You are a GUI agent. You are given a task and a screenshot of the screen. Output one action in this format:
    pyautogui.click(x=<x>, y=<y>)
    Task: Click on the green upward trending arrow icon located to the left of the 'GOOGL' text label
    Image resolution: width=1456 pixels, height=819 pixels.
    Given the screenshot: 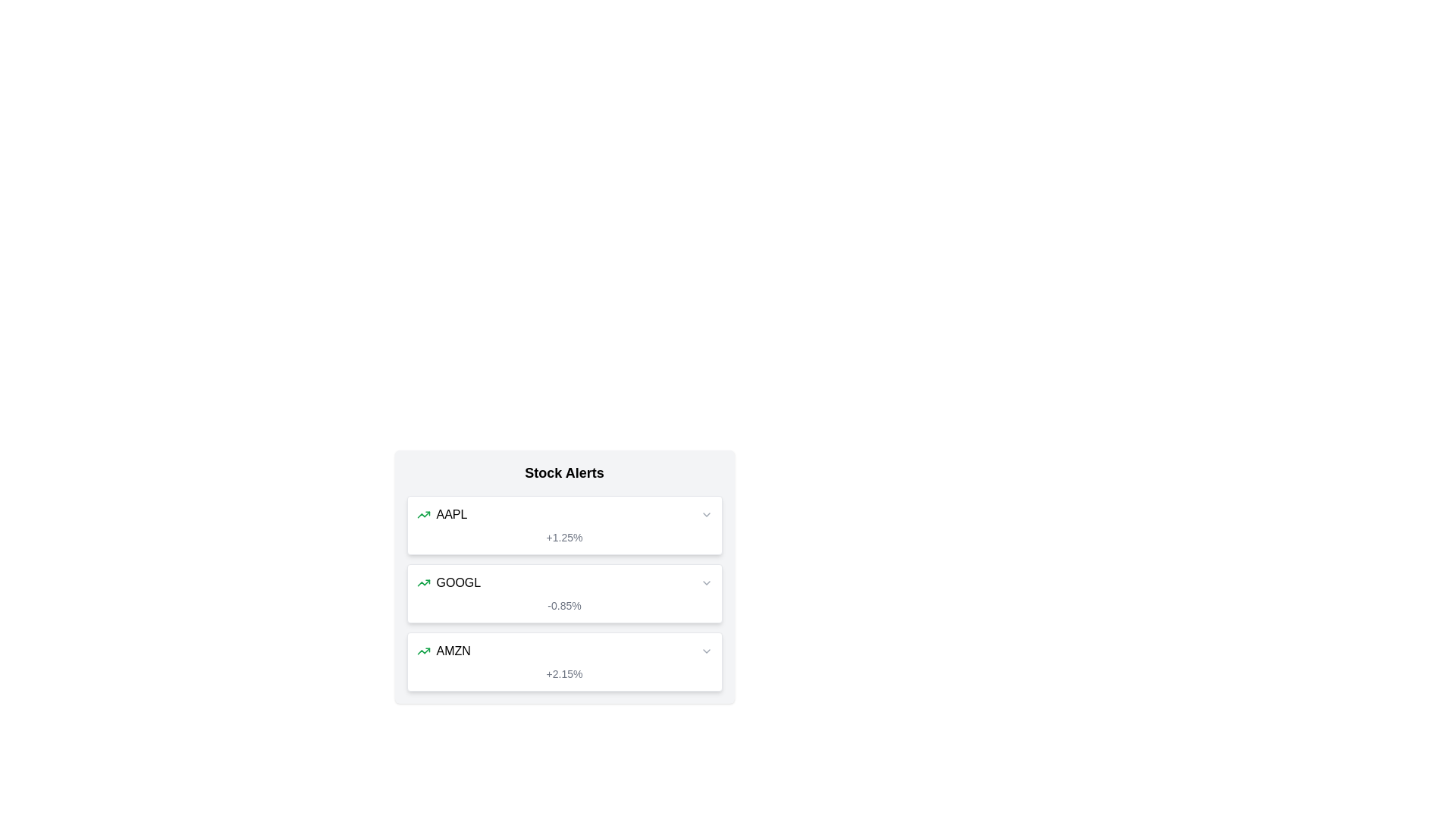 What is the action you would take?
    pyautogui.click(x=423, y=582)
    